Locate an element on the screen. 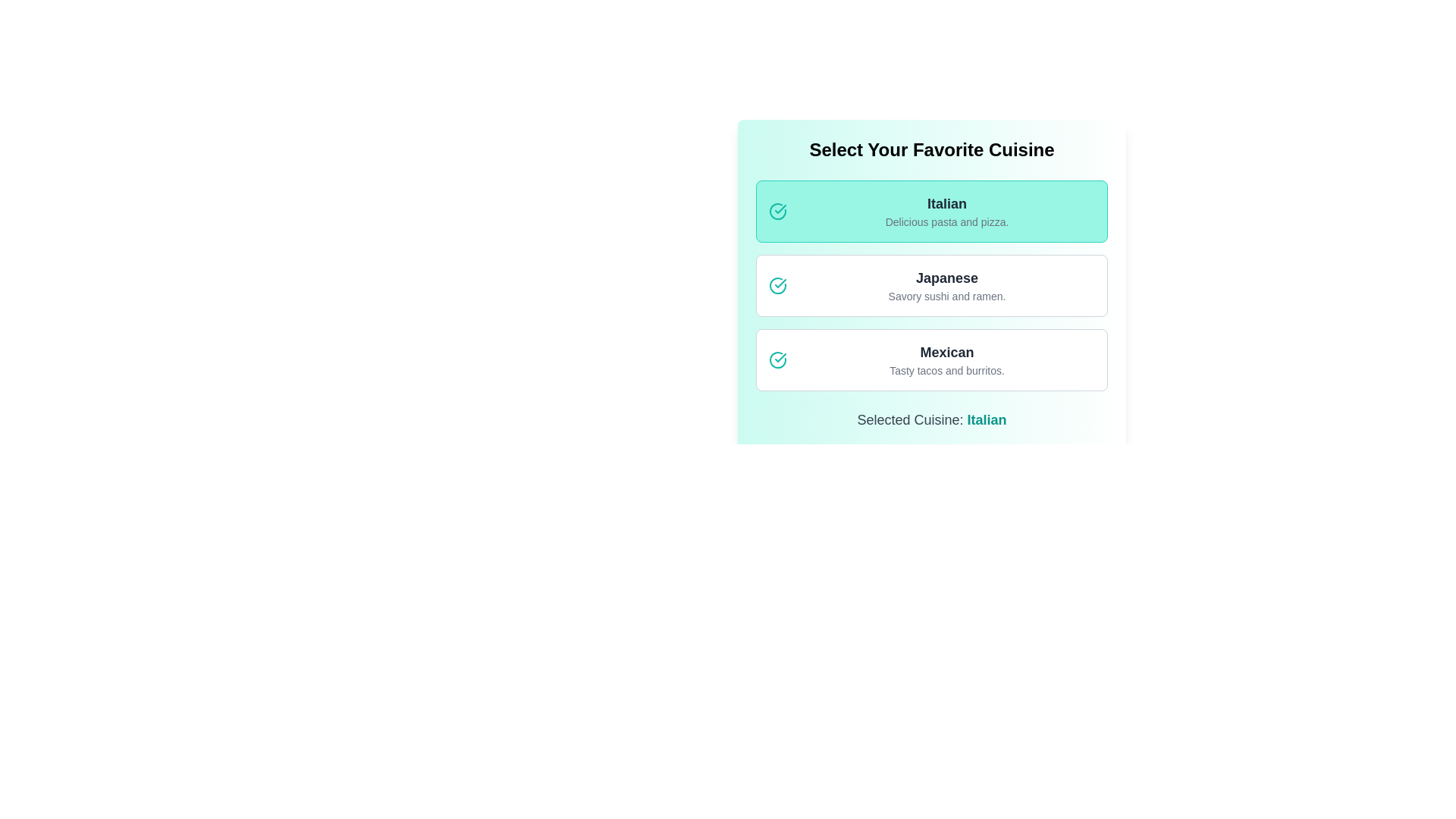 Image resolution: width=1456 pixels, height=819 pixels. the clickable list item labeled 'Mexican' is located at coordinates (930, 359).